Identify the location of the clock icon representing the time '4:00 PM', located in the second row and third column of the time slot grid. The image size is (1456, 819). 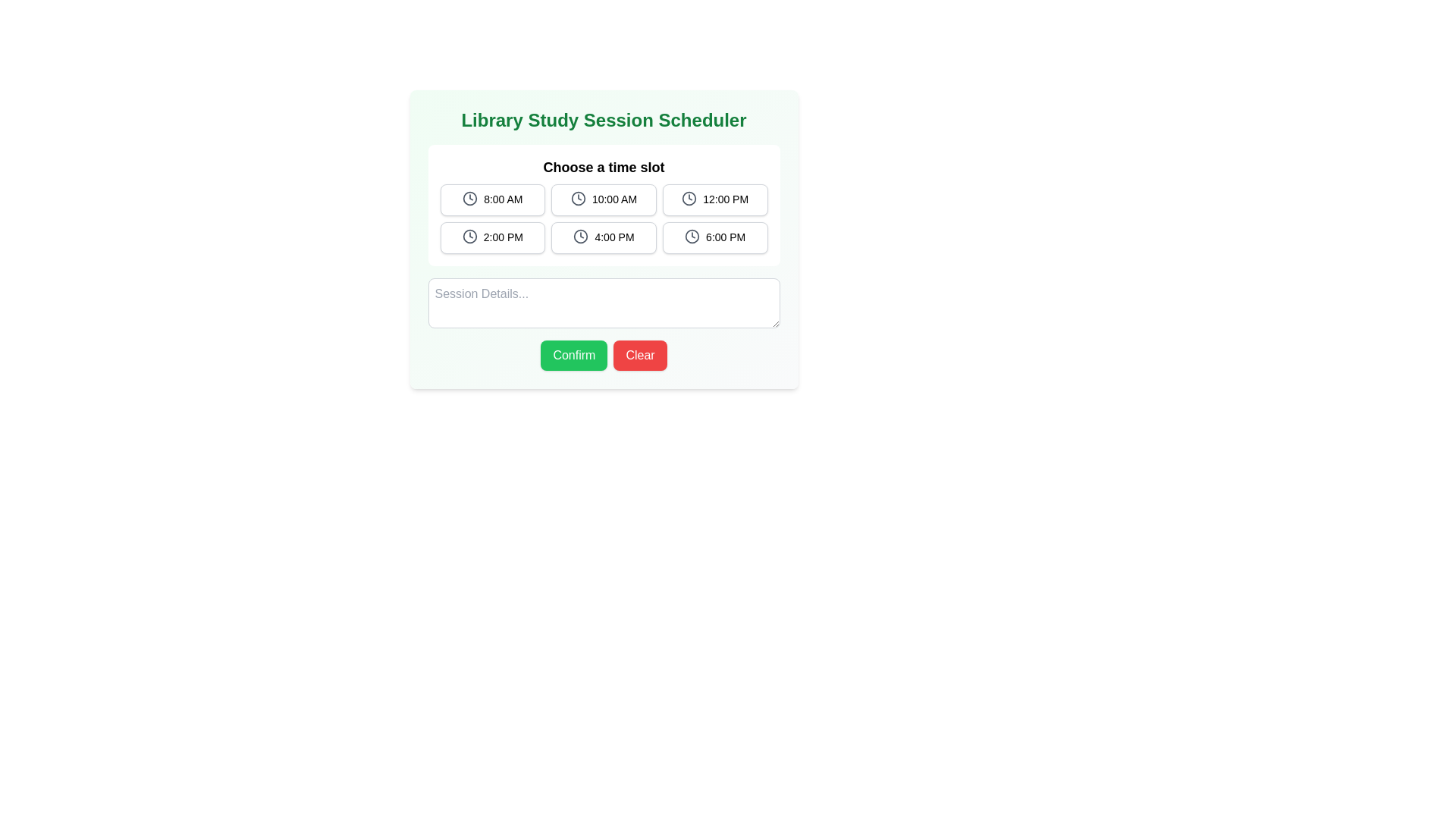
(580, 237).